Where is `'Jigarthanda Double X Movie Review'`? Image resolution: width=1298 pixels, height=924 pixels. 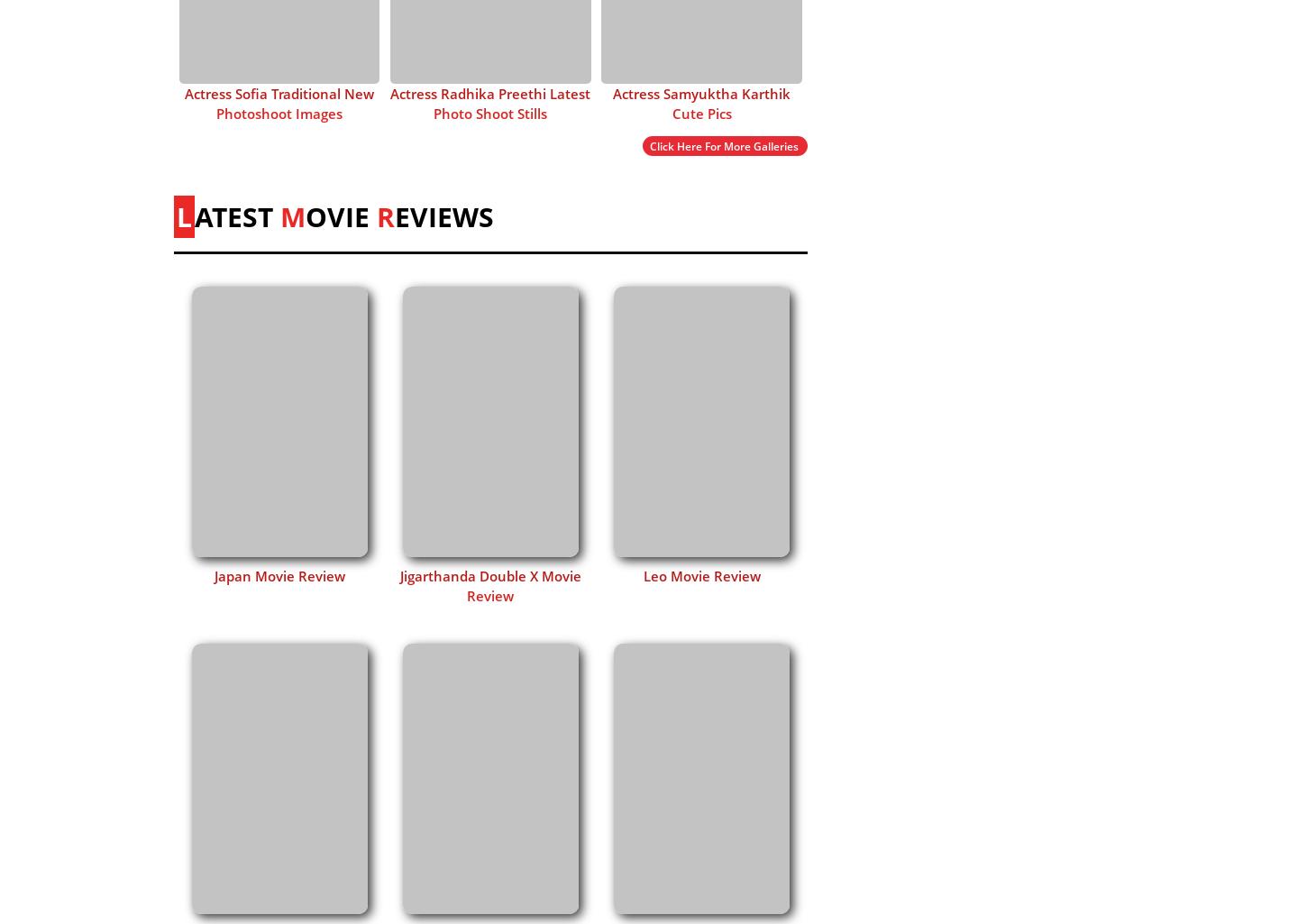 'Jigarthanda Double X Movie Review' is located at coordinates (398, 584).